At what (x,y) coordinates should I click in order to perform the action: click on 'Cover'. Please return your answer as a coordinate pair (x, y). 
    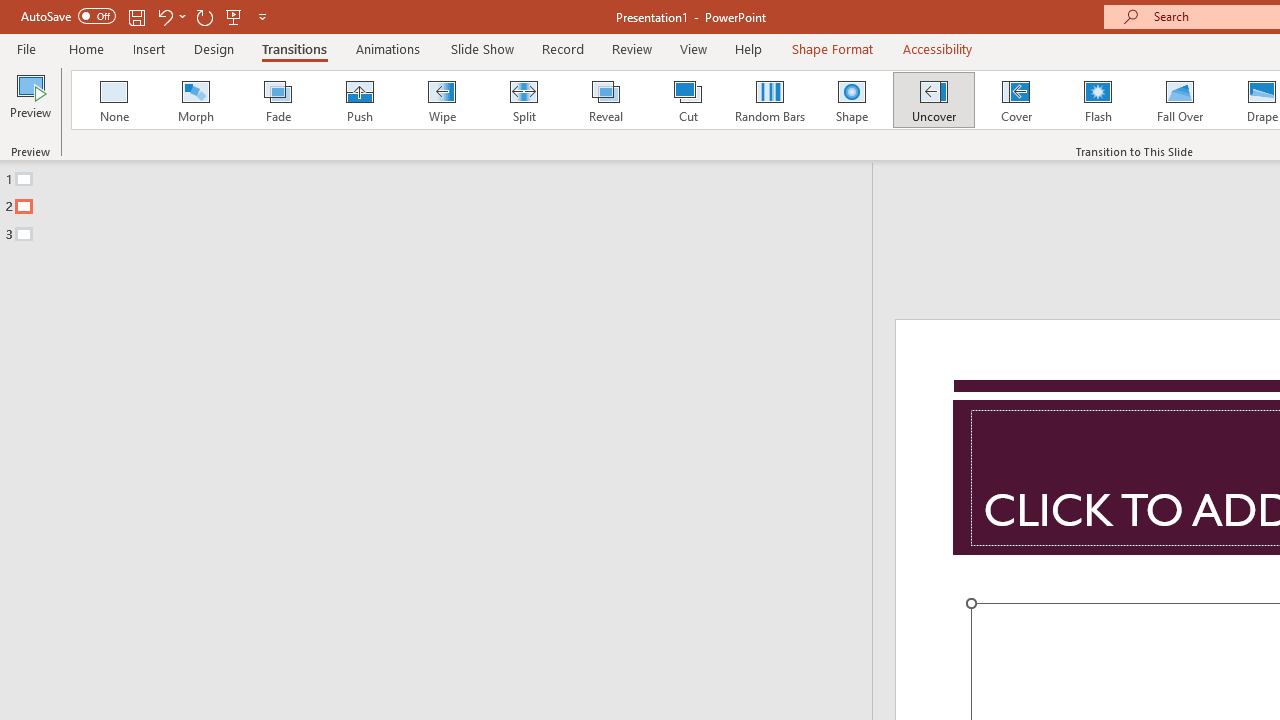
    Looking at the image, I should click on (1016, 100).